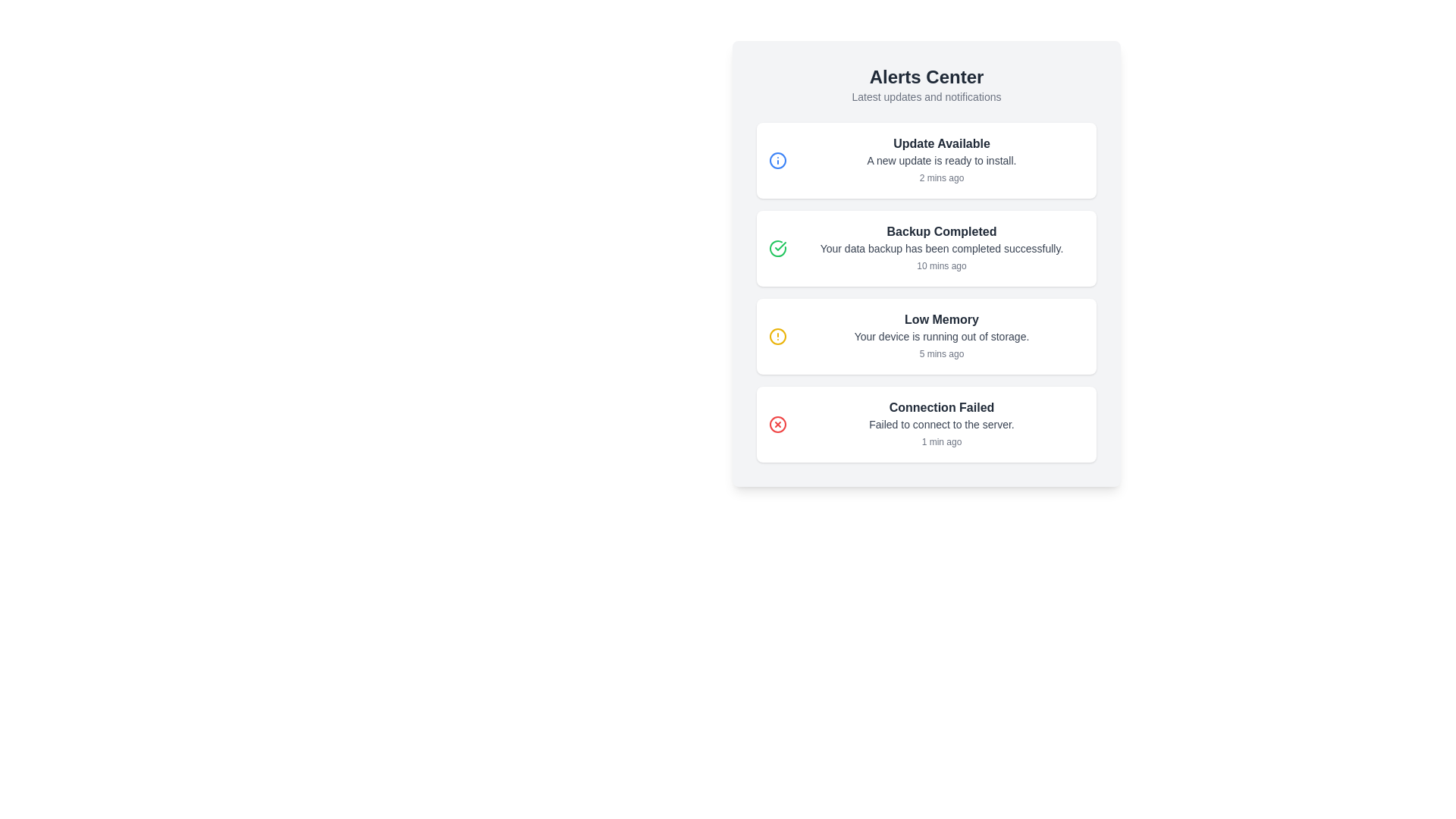 The width and height of the screenshot is (1456, 819). I want to click on the text label 'A new update is ready to install.' which is styled in a smaller font and located within a notification card underneath the title 'Update Available', so click(941, 161).